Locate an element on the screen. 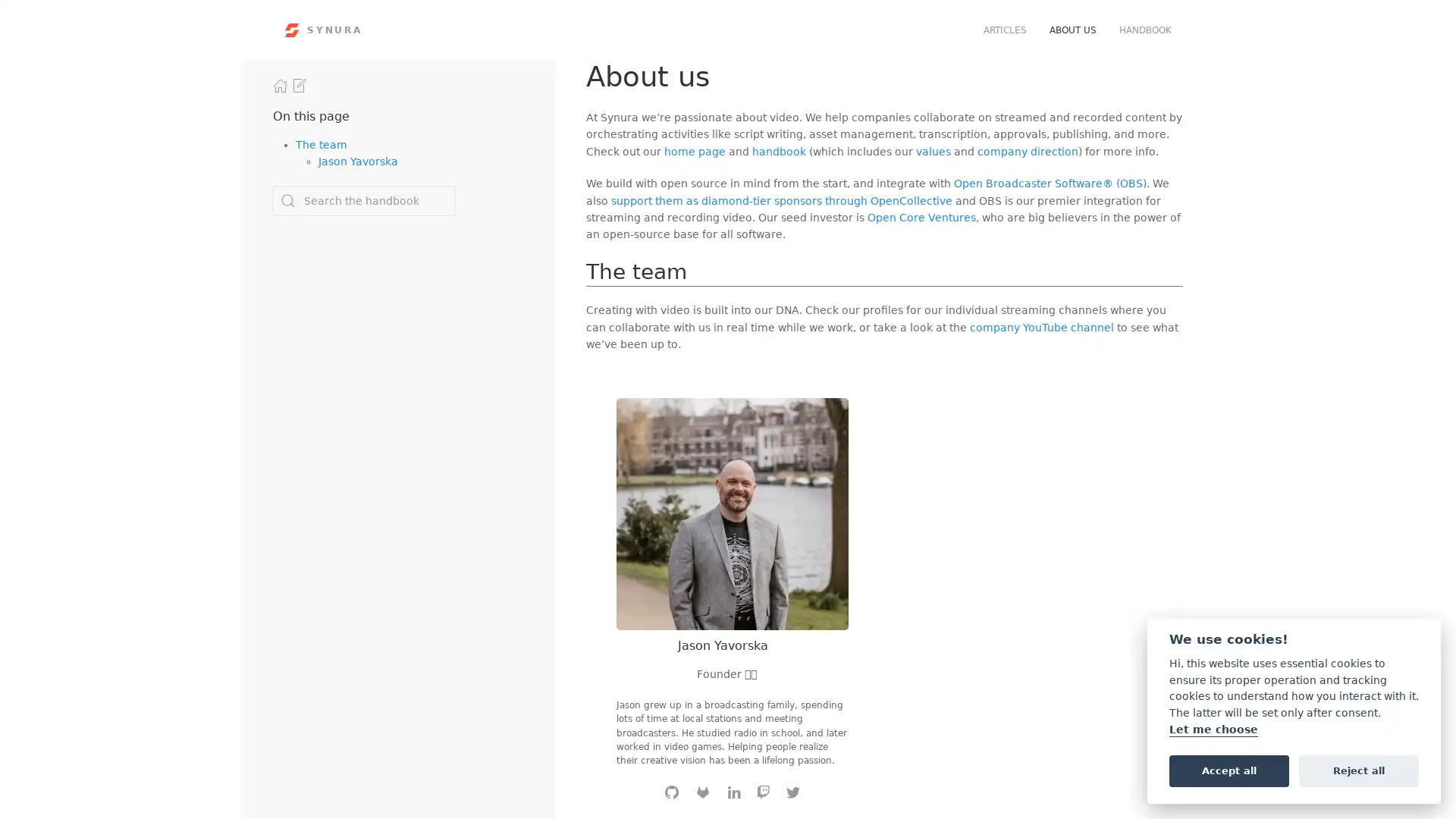 The width and height of the screenshot is (1456, 819). Accept all is located at coordinates (1228, 770).